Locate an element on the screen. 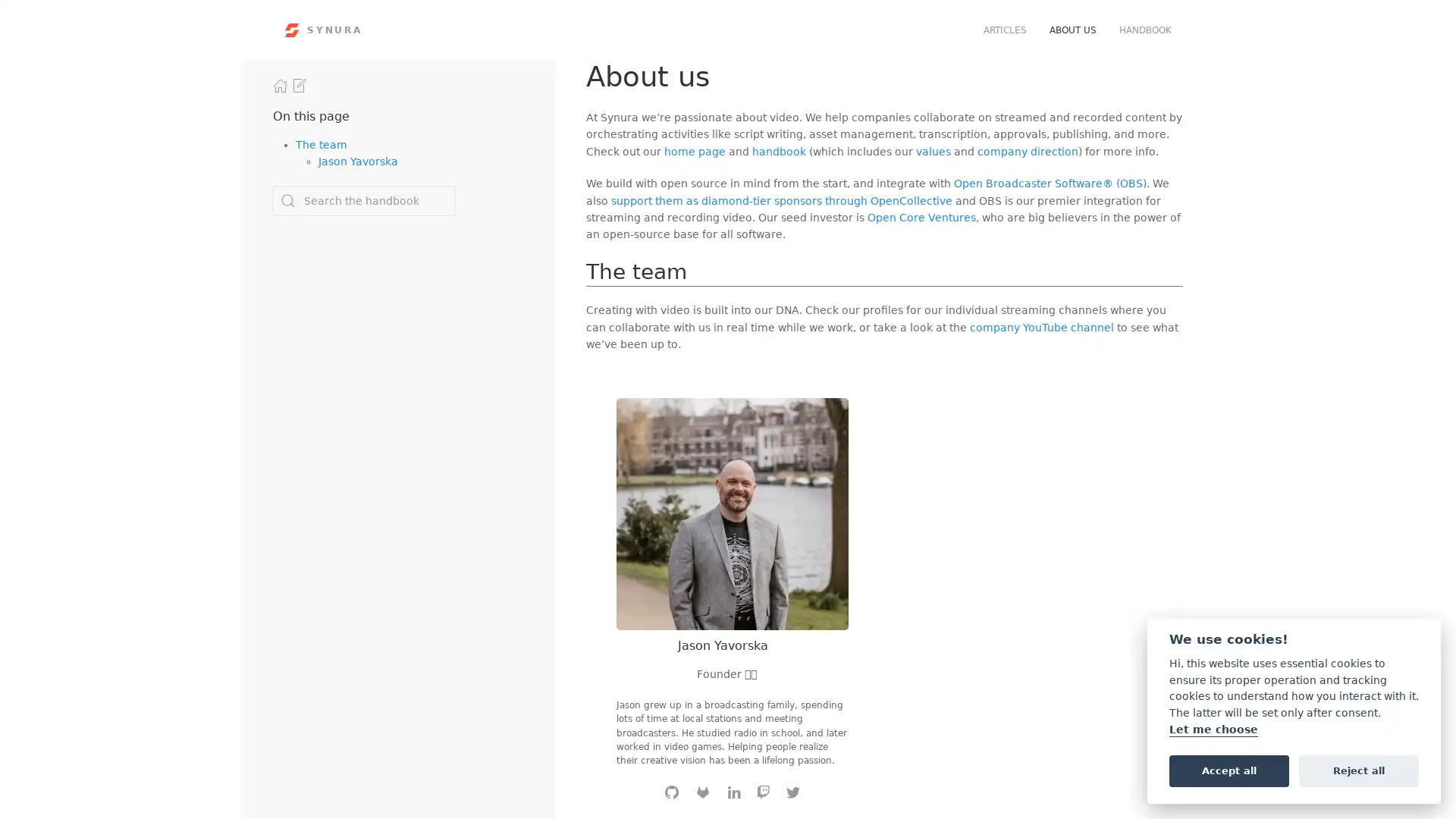 The width and height of the screenshot is (1456, 819). Accept all is located at coordinates (1228, 770).